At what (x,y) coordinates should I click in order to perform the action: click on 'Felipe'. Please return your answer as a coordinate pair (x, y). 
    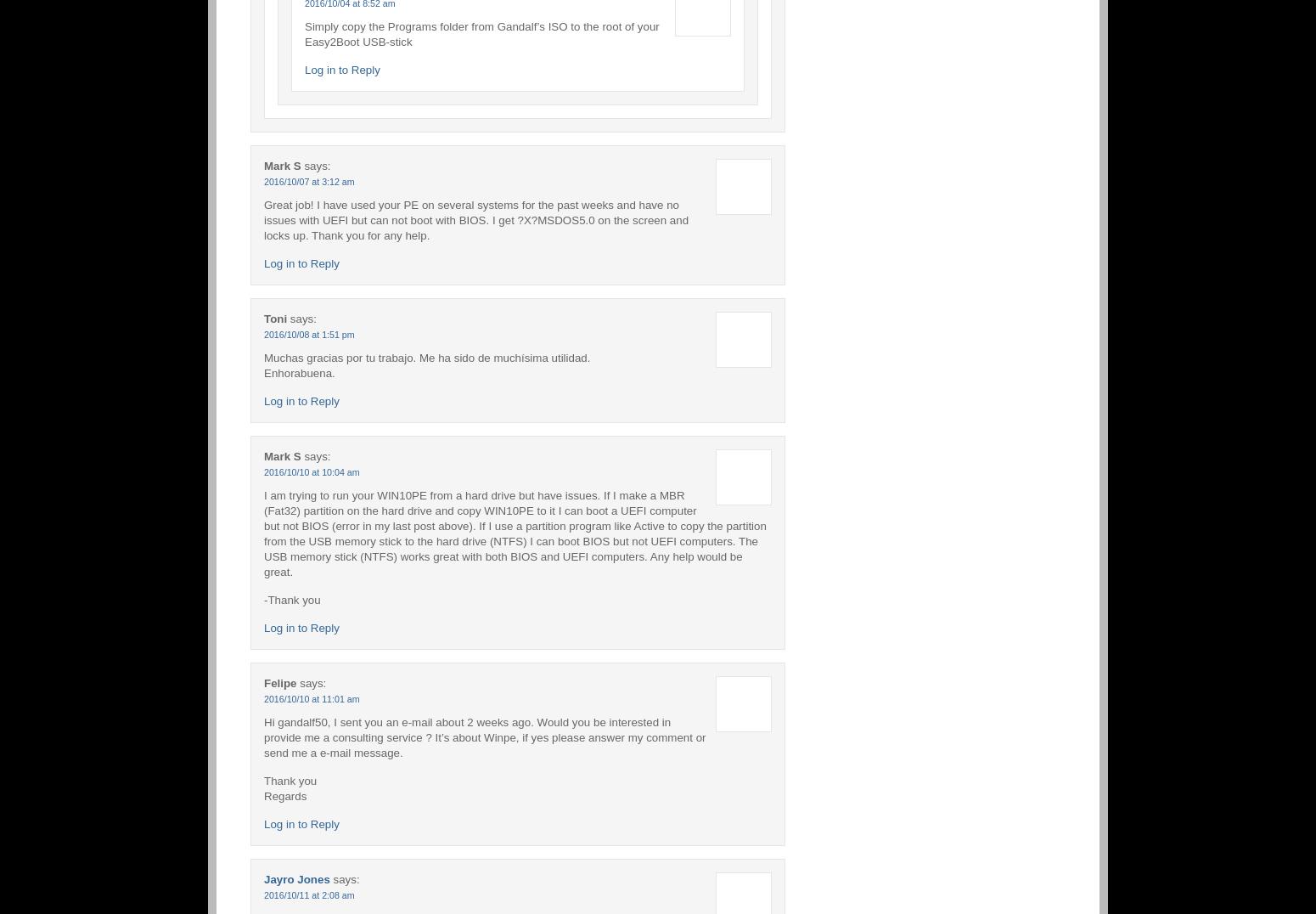
    Looking at the image, I should click on (278, 682).